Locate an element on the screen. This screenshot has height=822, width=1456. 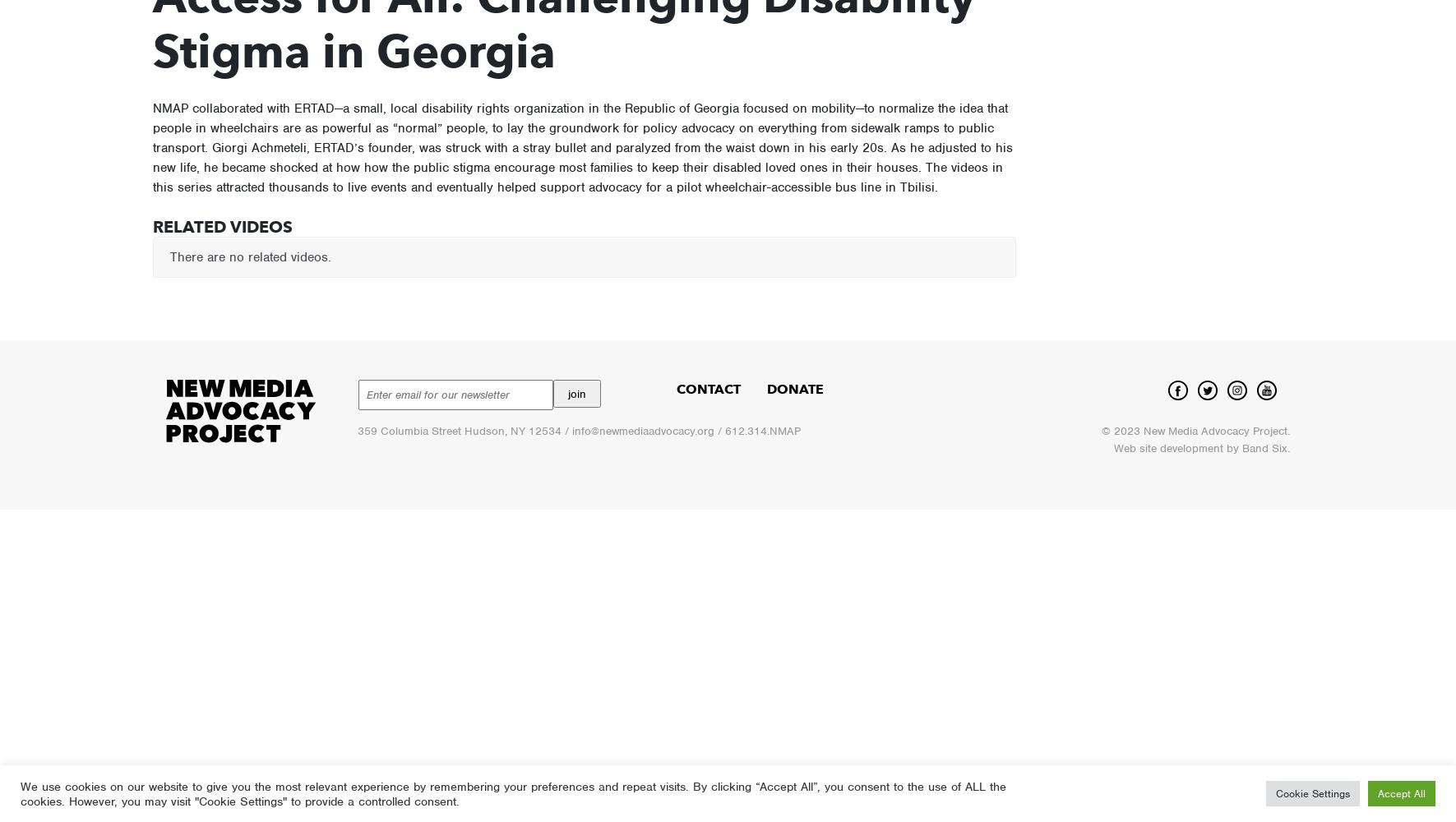
'Contact' is located at coordinates (707, 388).